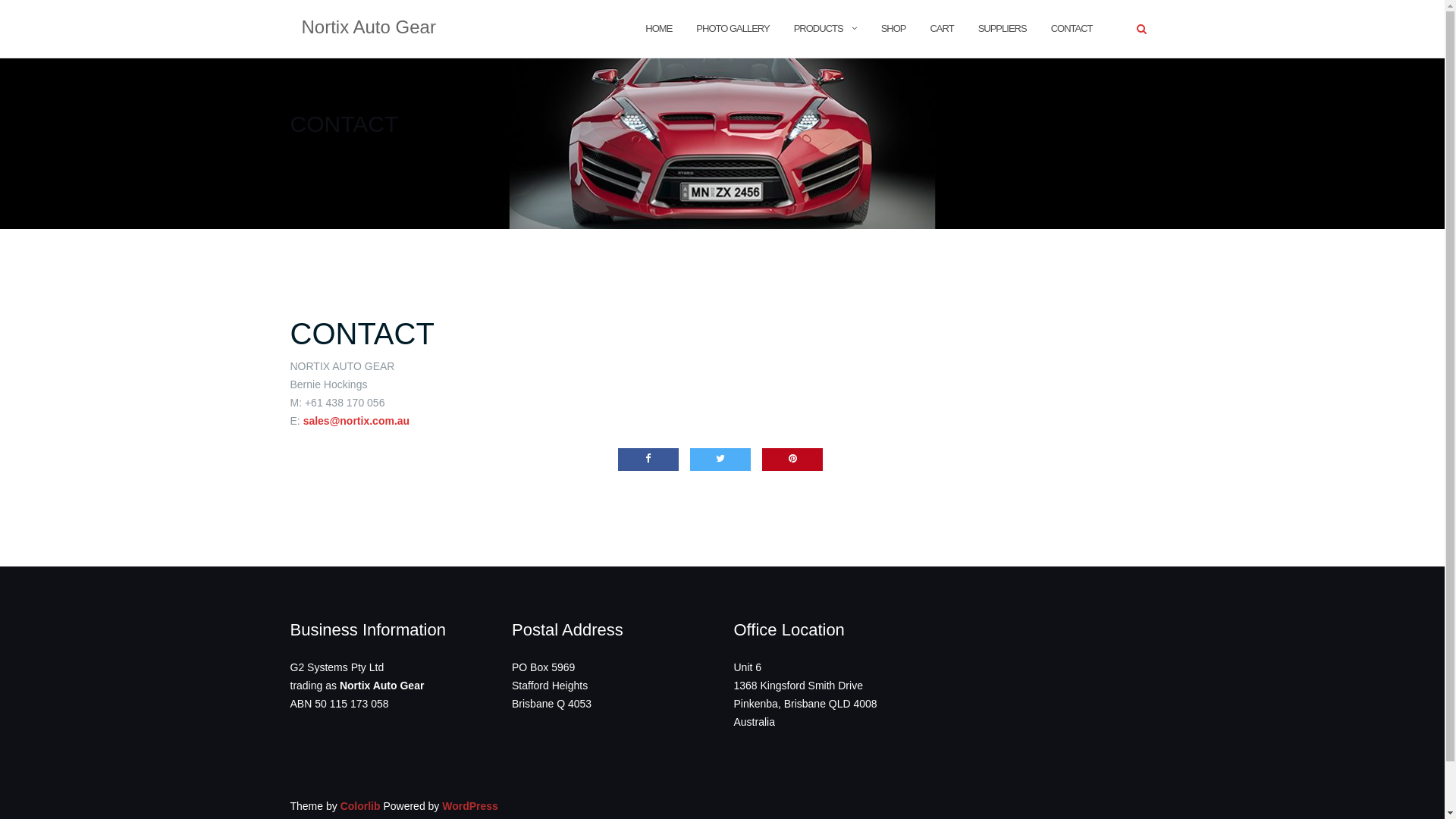 Image resolution: width=1456 pixels, height=819 pixels. What do you see at coordinates (893, 28) in the screenshot?
I see `'SHOP'` at bounding box center [893, 28].